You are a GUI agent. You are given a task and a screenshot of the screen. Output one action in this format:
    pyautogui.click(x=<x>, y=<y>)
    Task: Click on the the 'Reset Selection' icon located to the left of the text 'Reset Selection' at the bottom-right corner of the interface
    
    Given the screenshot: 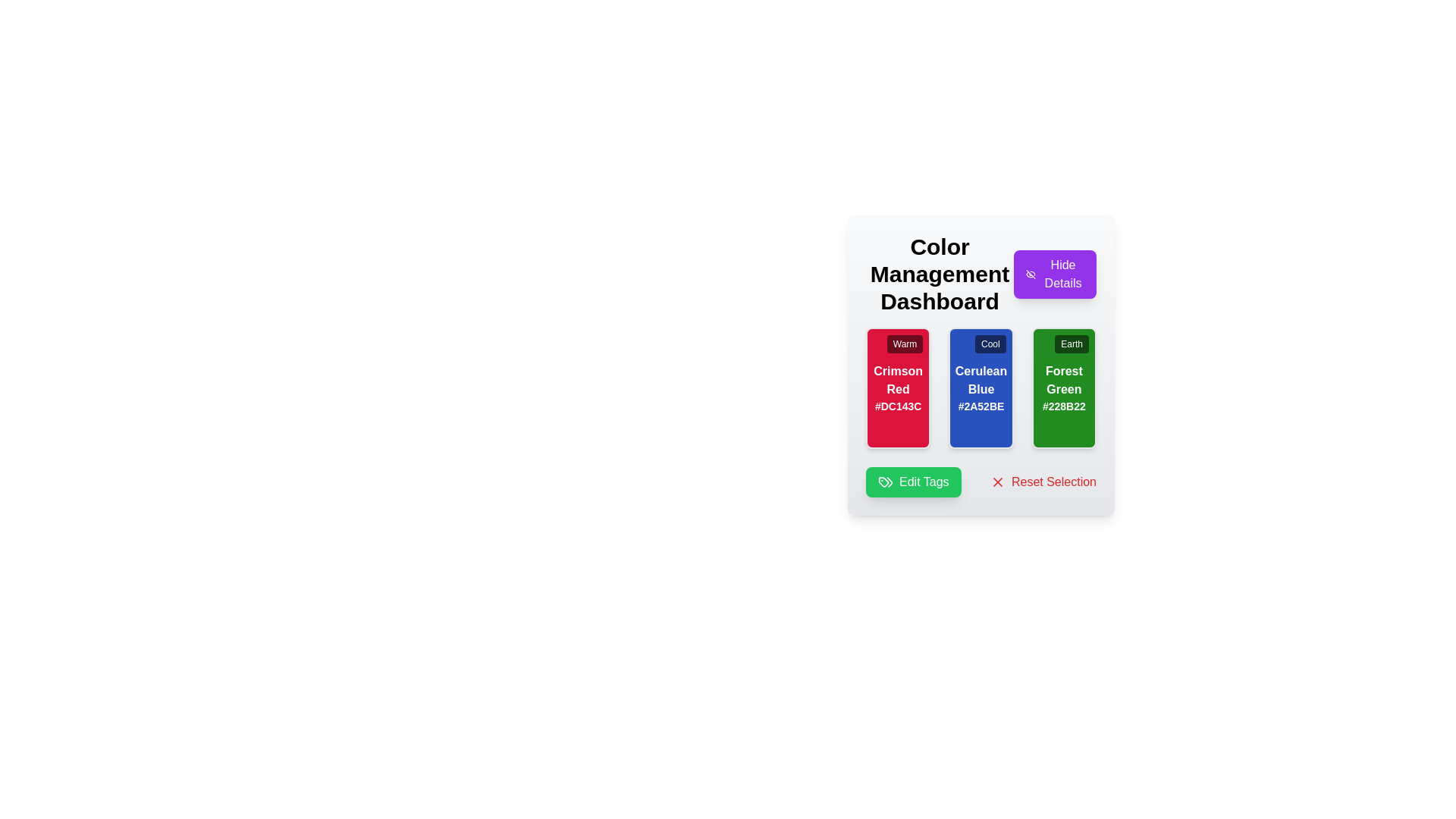 What is the action you would take?
    pyautogui.click(x=997, y=482)
    